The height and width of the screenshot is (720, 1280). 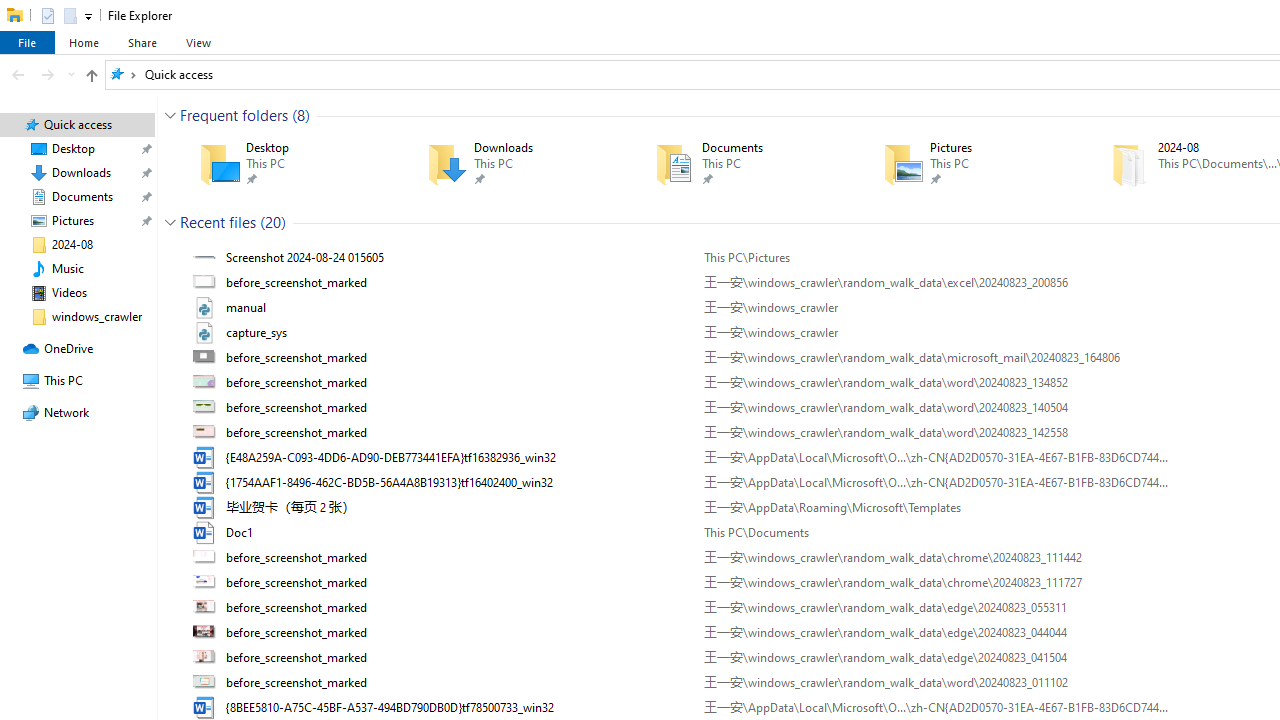 I want to click on 'Properties', so click(x=48, y=15).